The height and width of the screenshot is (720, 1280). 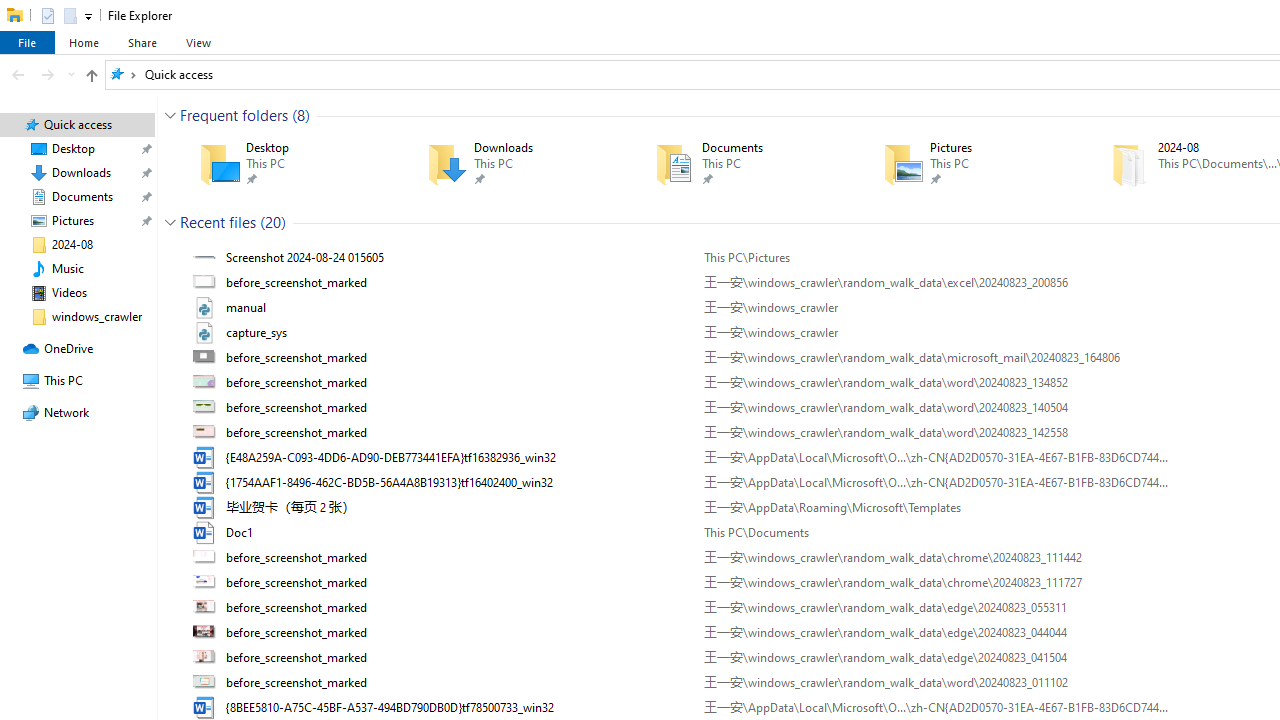 I want to click on 'Properties', so click(x=48, y=15).